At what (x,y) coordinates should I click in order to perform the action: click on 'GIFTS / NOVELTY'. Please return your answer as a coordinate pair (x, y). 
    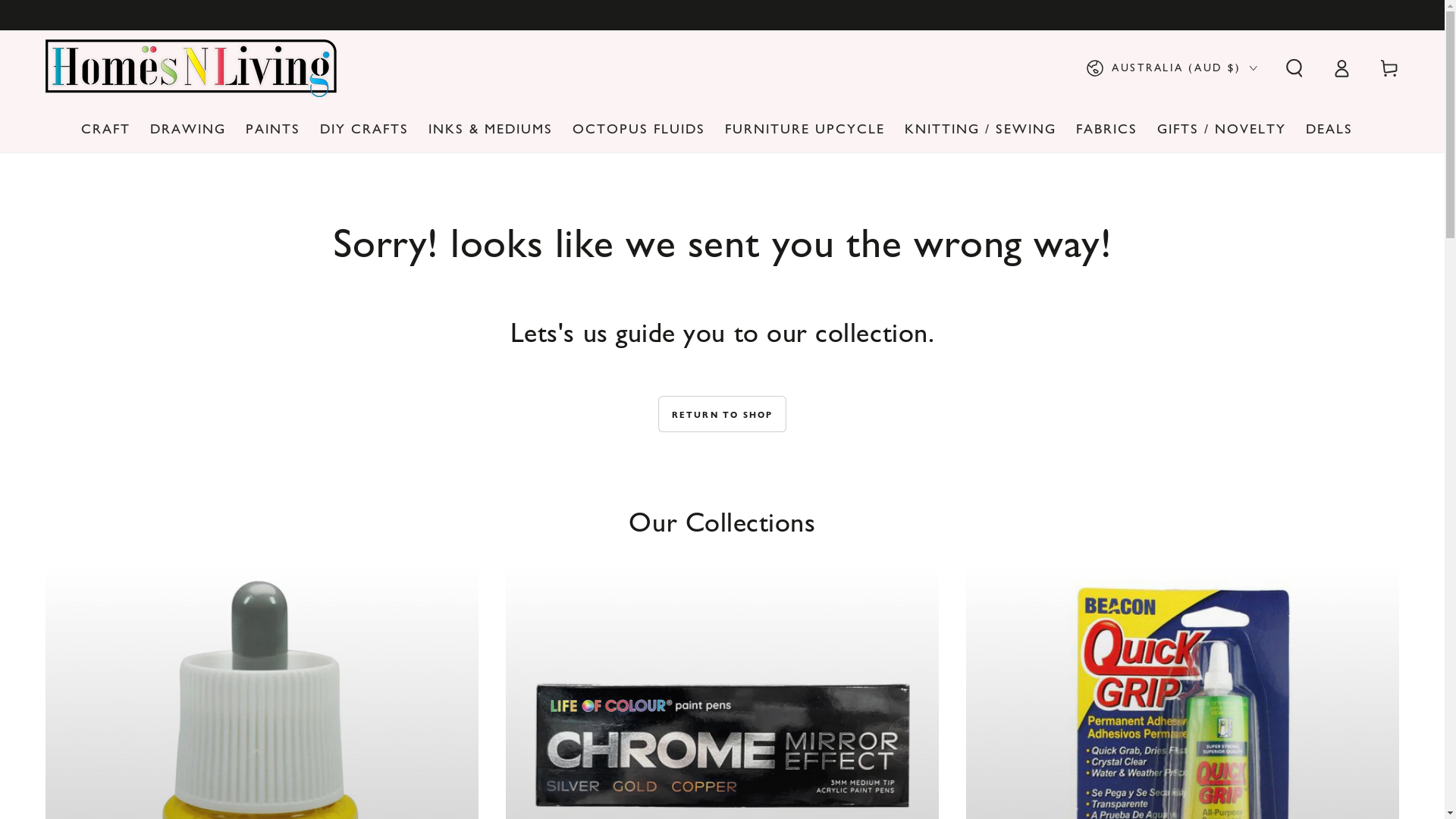
    Looking at the image, I should click on (1222, 128).